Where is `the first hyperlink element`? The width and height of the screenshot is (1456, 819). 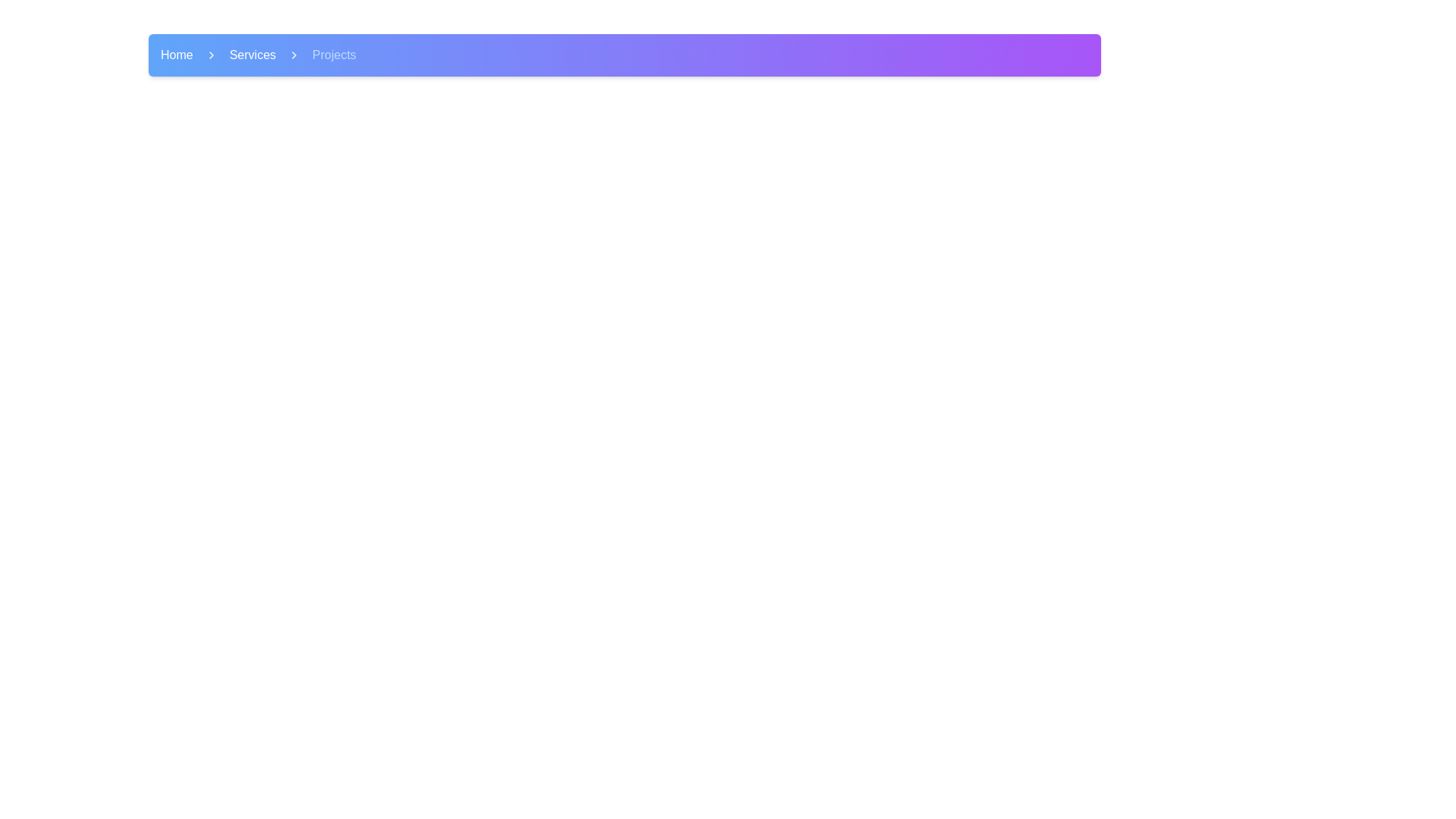
the first hyperlink element is located at coordinates (177, 54).